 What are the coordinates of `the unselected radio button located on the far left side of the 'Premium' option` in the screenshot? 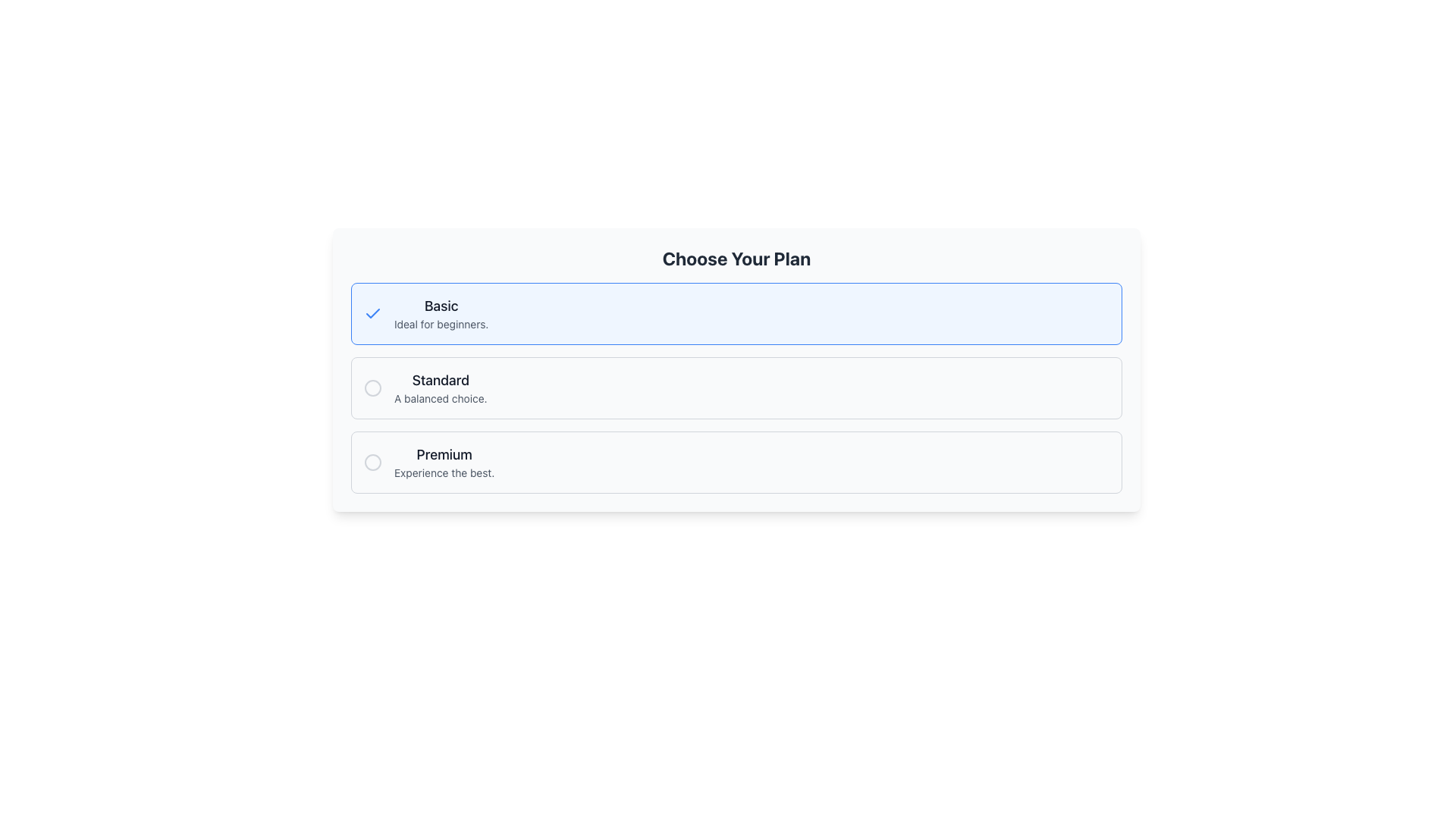 It's located at (372, 461).